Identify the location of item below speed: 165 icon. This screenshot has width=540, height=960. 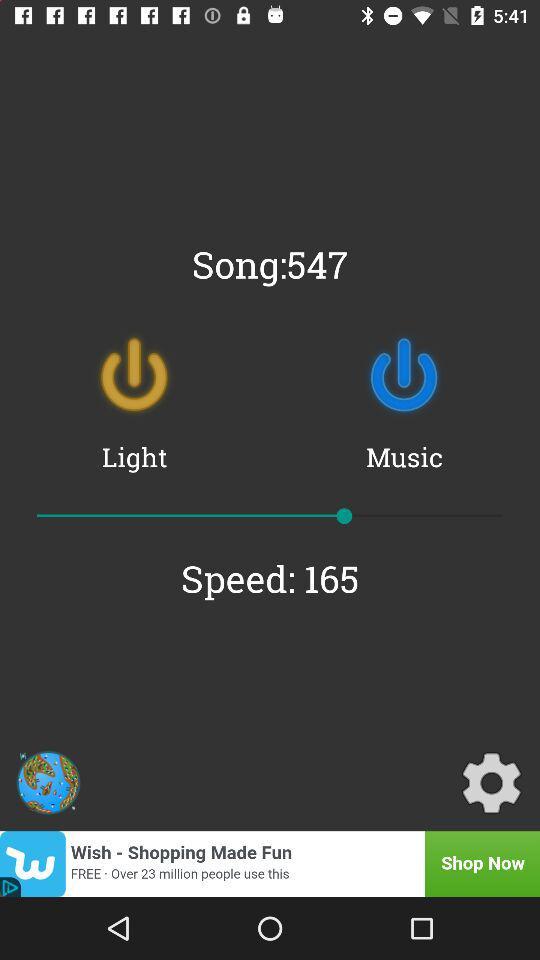
(48, 782).